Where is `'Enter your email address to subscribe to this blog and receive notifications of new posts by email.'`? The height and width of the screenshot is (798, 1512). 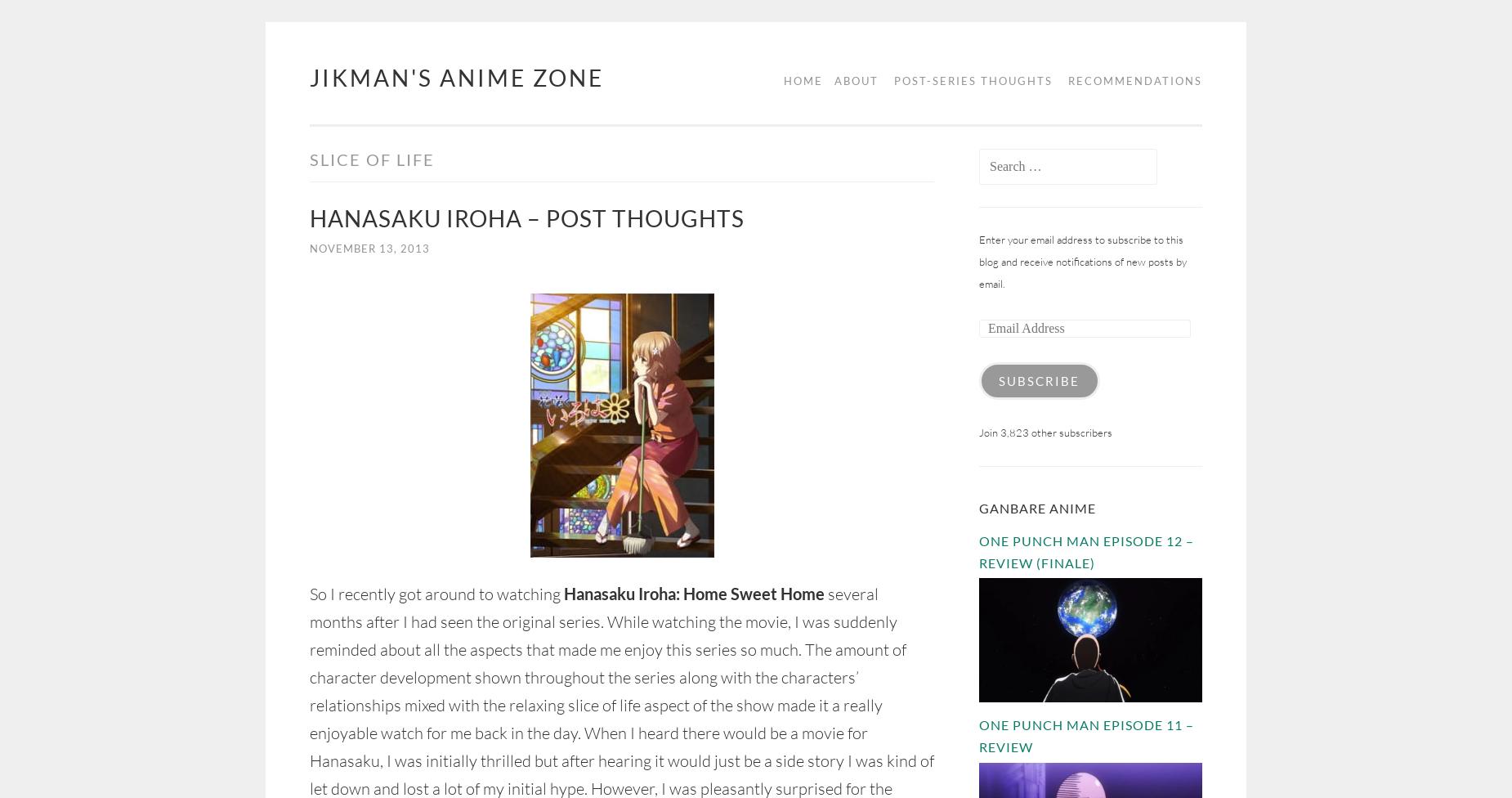 'Enter your email address to subscribe to this blog and receive notifications of new posts by email.' is located at coordinates (1081, 262).